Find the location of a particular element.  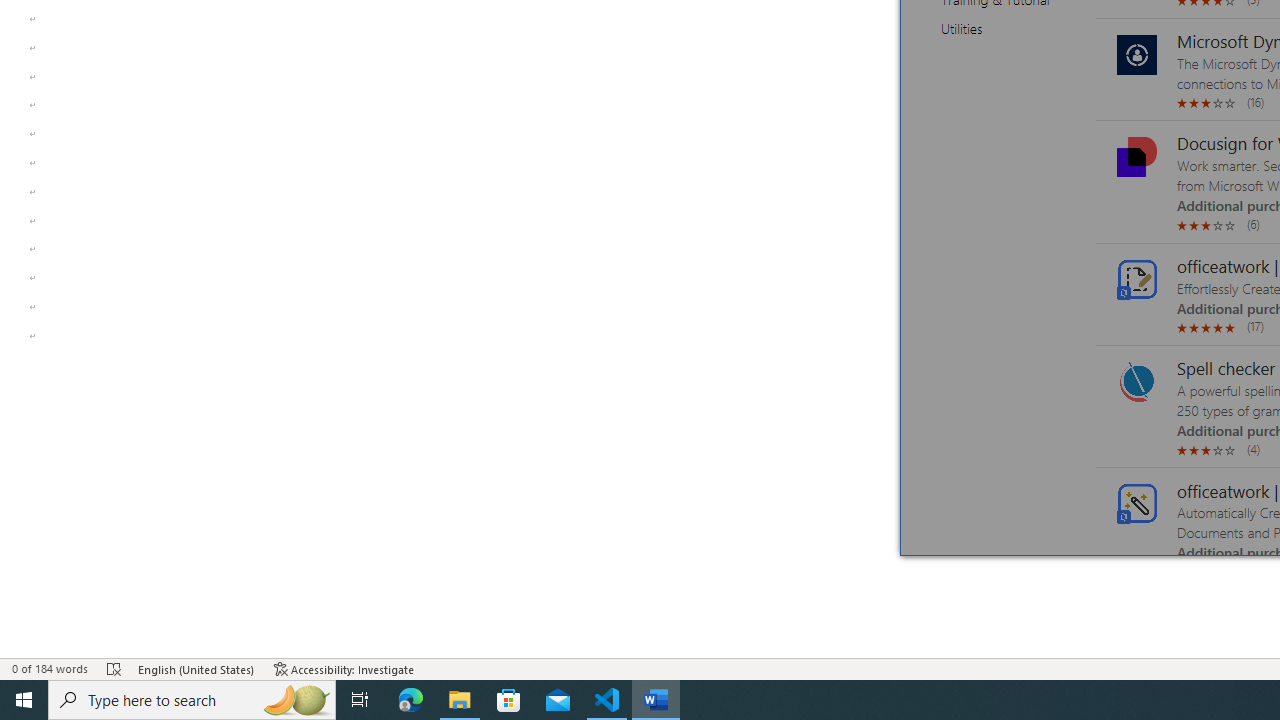

'Word Count 0 of 184 words' is located at coordinates (49, 669).